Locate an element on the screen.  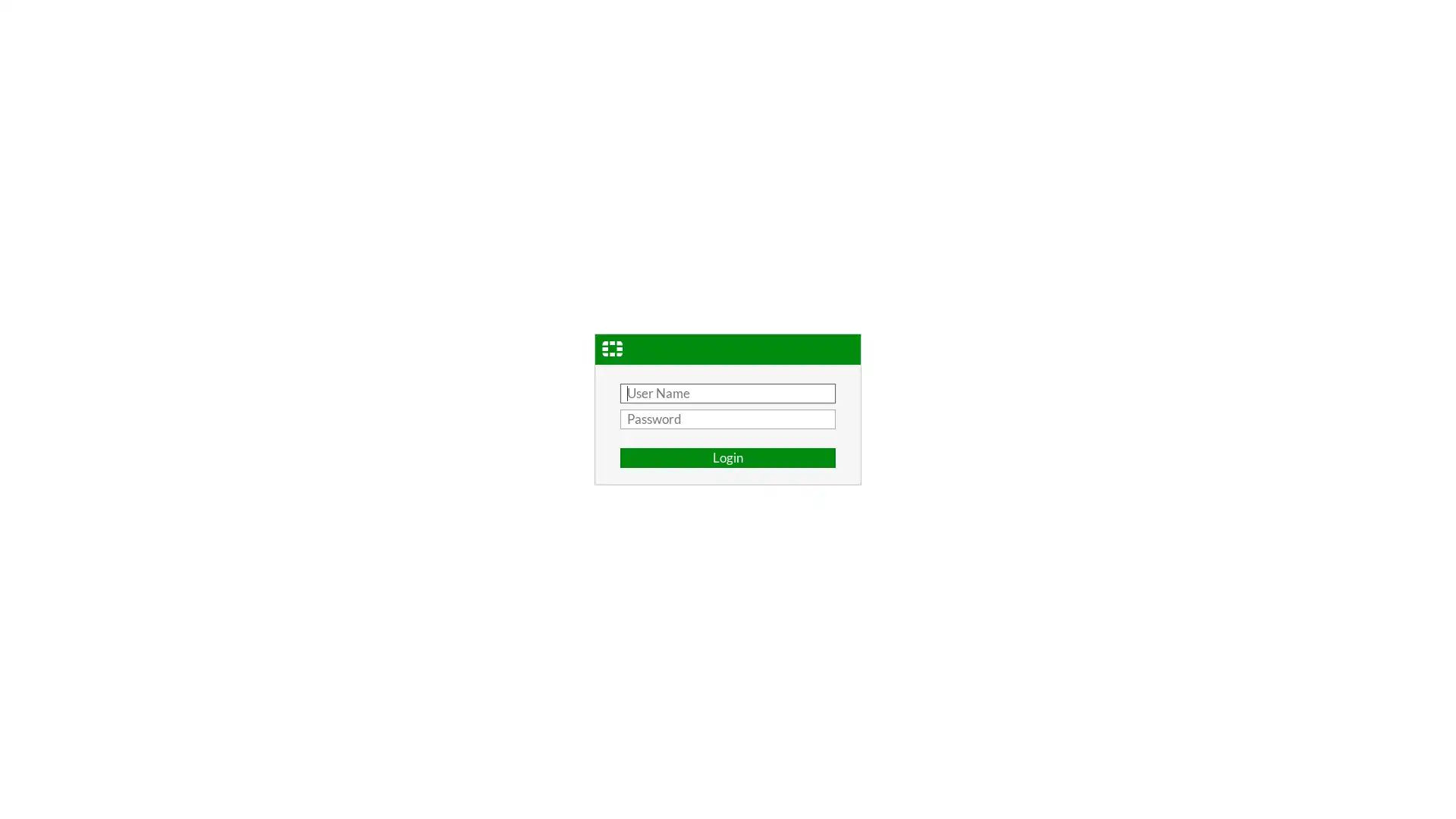
Login is located at coordinates (728, 457).